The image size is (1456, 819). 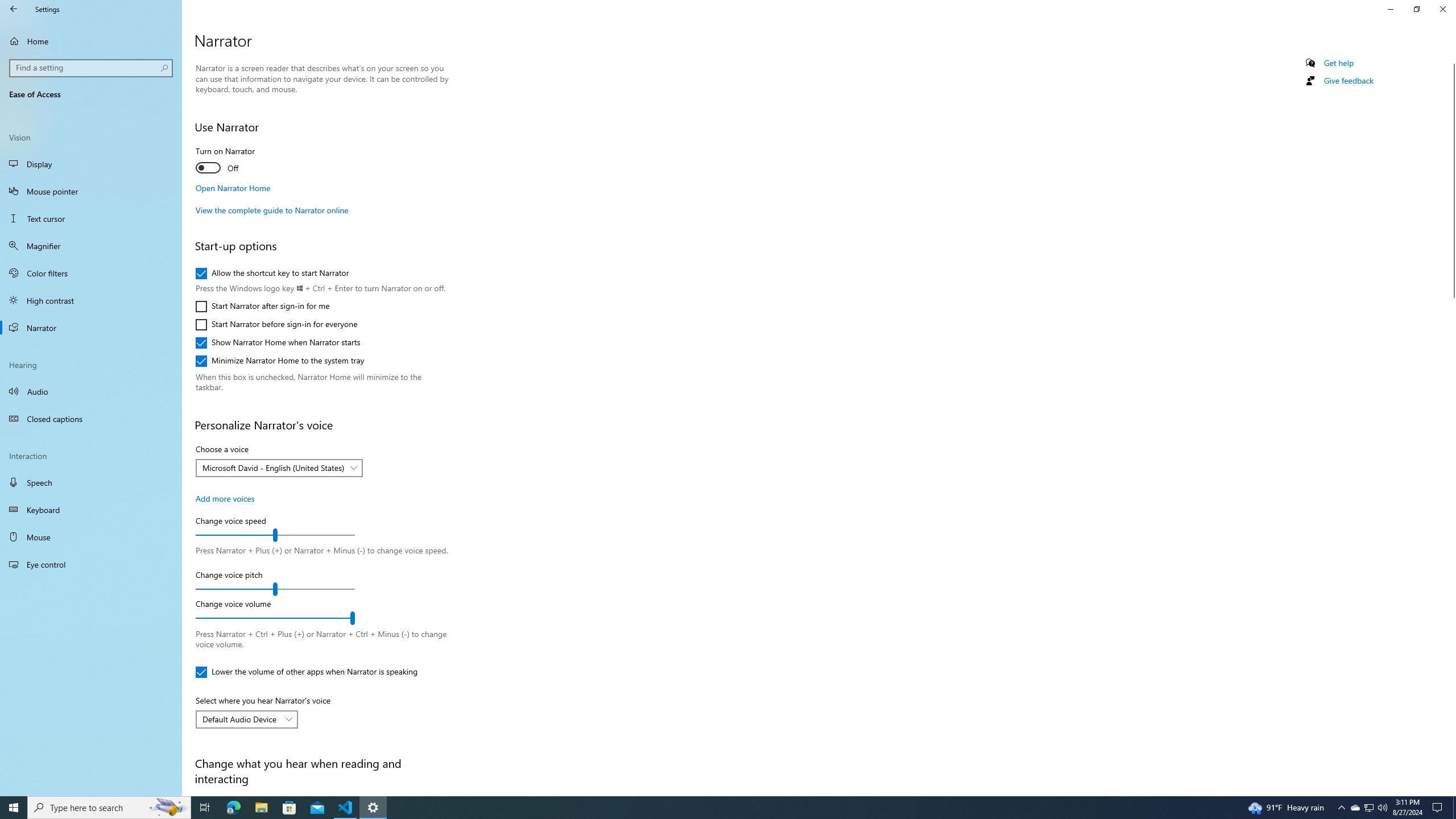 I want to click on 'Restore Settings', so click(x=1416, y=9).